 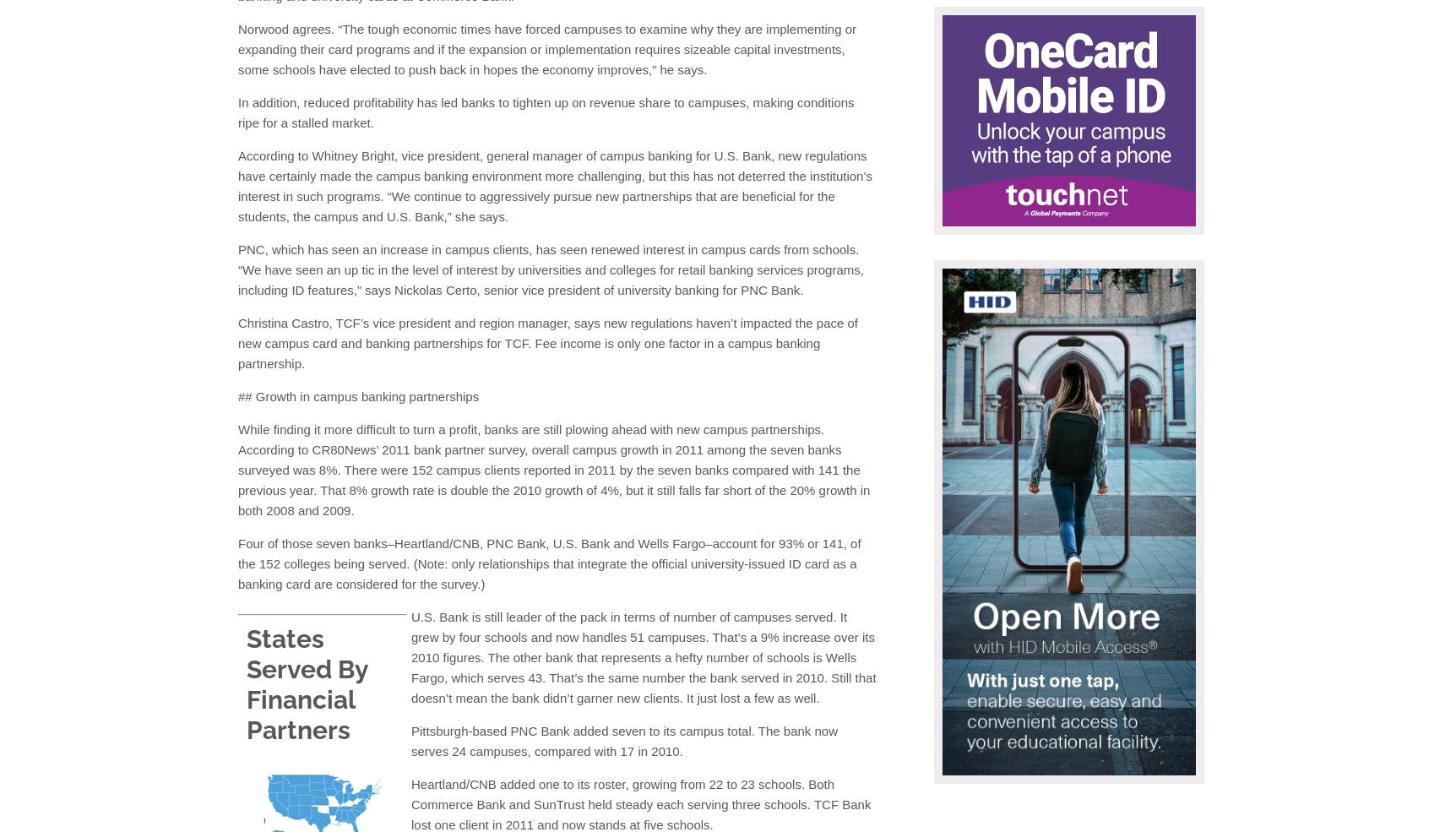 What do you see at coordinates (237, 563) in the screenshot?
I see `'Four of those seven banks–Heartland/CNB, PNC Bank, U.S. Bank and Wells Fargo–account for 93% or 141, of the 152 colleges being served. (Note: only relationships that integrate the official university-issued ID card as a banking card are considered for the survey.)'` at bounding box center [237, 563].